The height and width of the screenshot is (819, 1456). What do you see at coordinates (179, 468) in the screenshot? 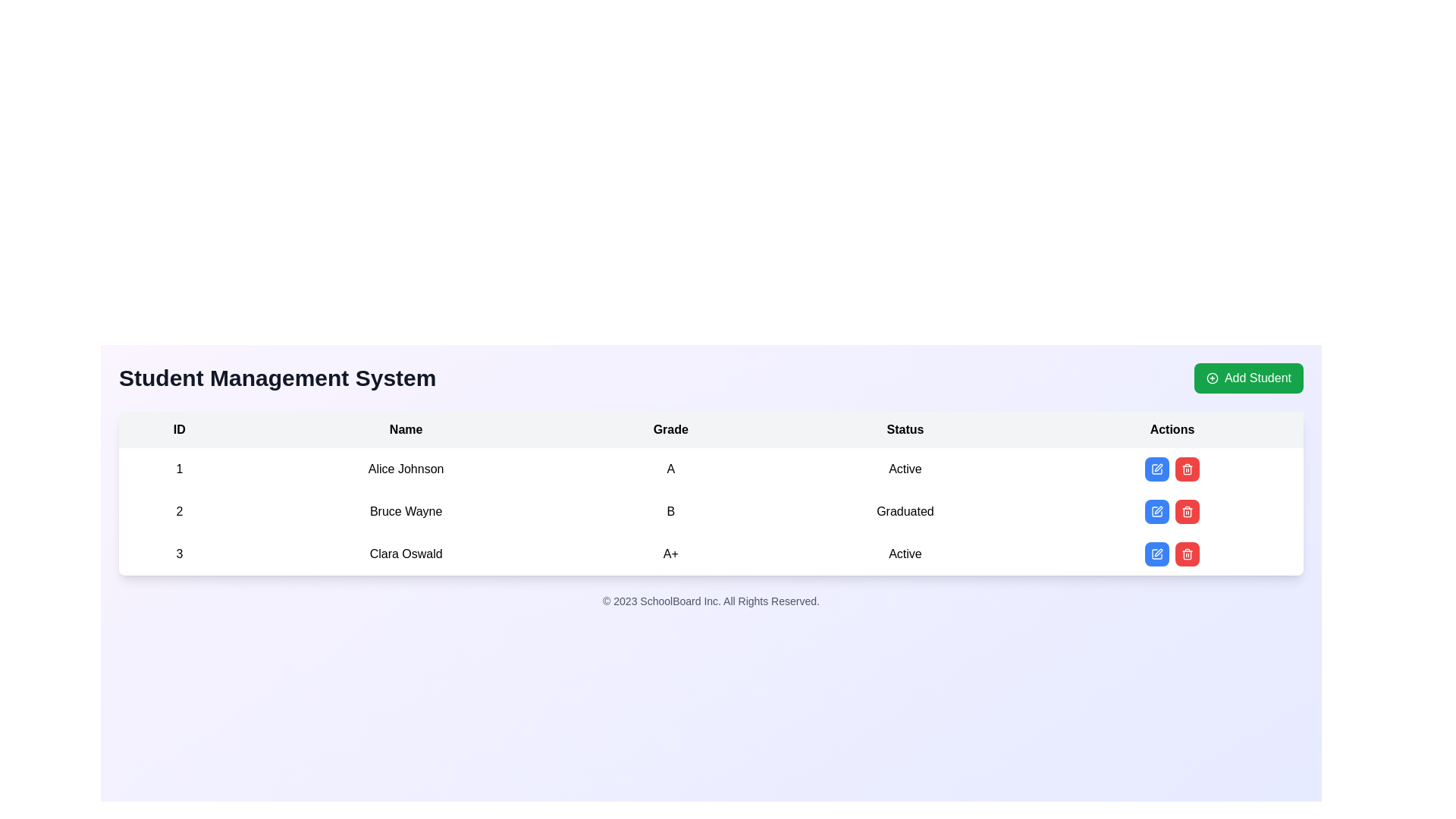
I see `the first row ID element in the student records table, which corresponds to 'Alice Johnson's ID, located in the first column of the table` at bounding box center [179, 468].